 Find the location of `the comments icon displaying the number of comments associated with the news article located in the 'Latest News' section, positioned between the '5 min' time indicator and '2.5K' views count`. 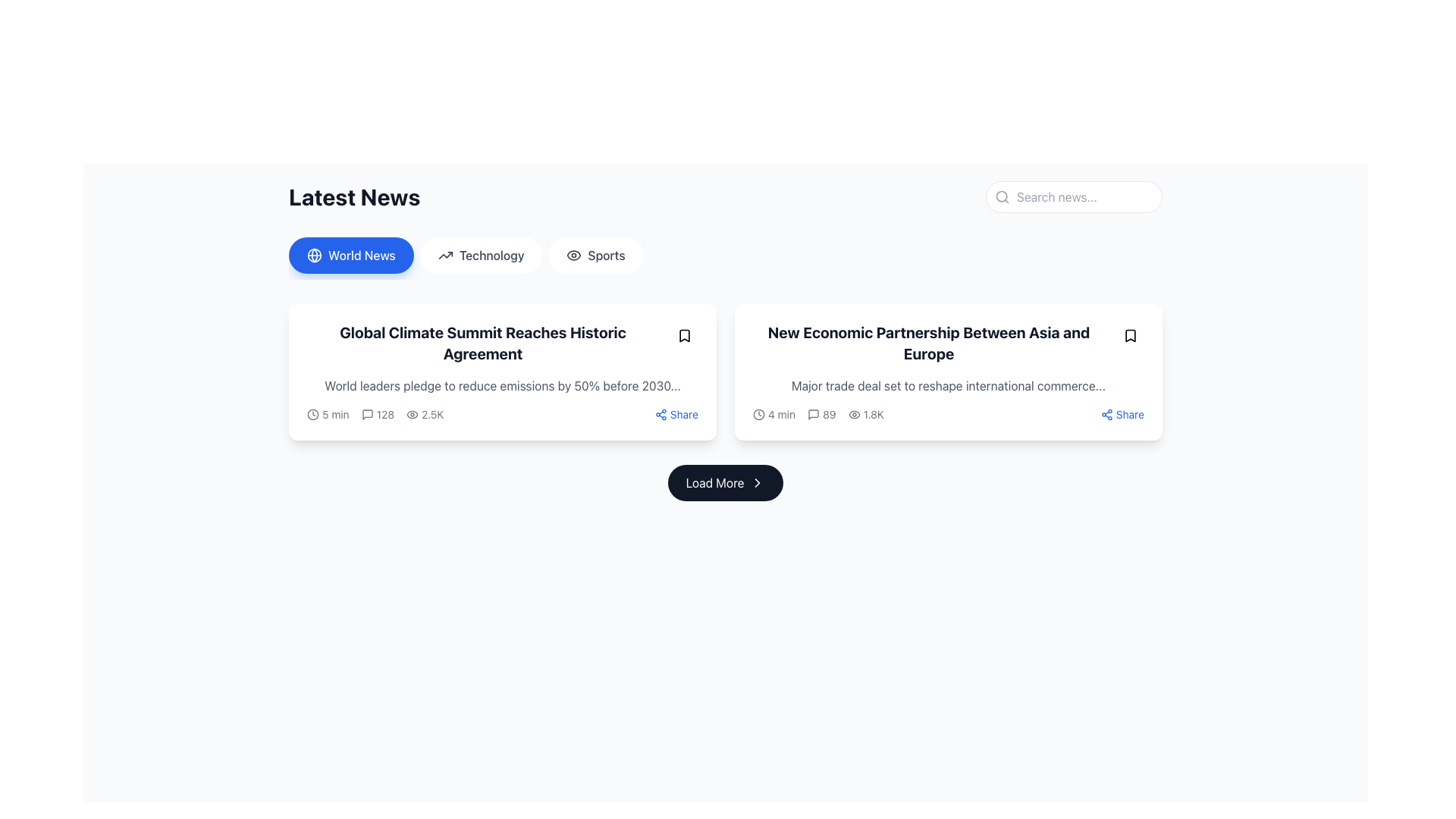

the comments icon displaying the number of comments associated with the news article located in the 'Latest News' section, positioned between the '5 min' time indicator and '2.5K' views count is located at coordinates (378, 415).